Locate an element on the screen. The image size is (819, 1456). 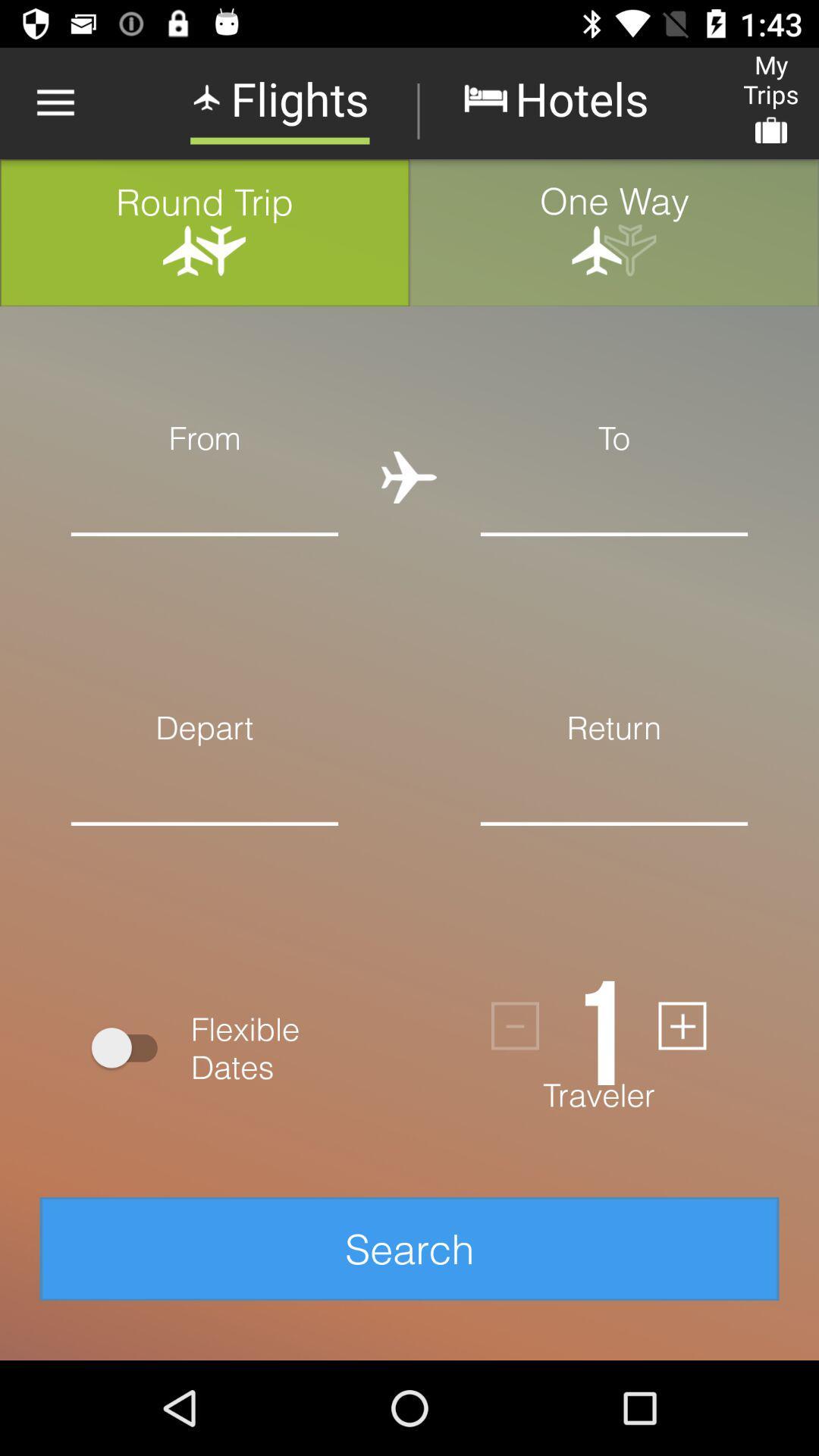
icon above traveler is located at coordinates (514, 1026).